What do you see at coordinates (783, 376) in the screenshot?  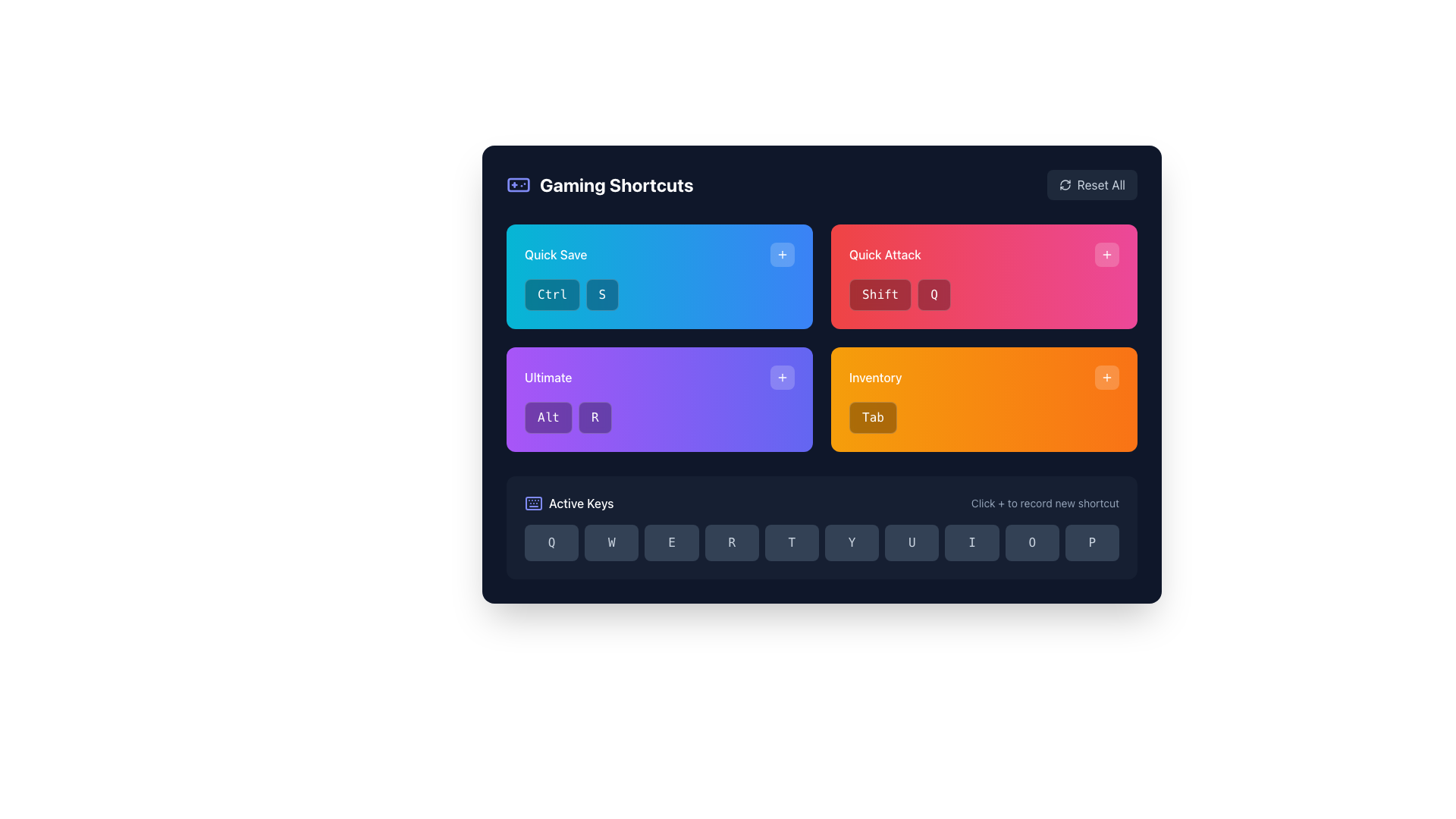 I see `the button located at the top-right corner inside the 'Ultimate' shortcut box labeled 'Alt + R' to observe the hover effect` at bounding box center [783, 376].